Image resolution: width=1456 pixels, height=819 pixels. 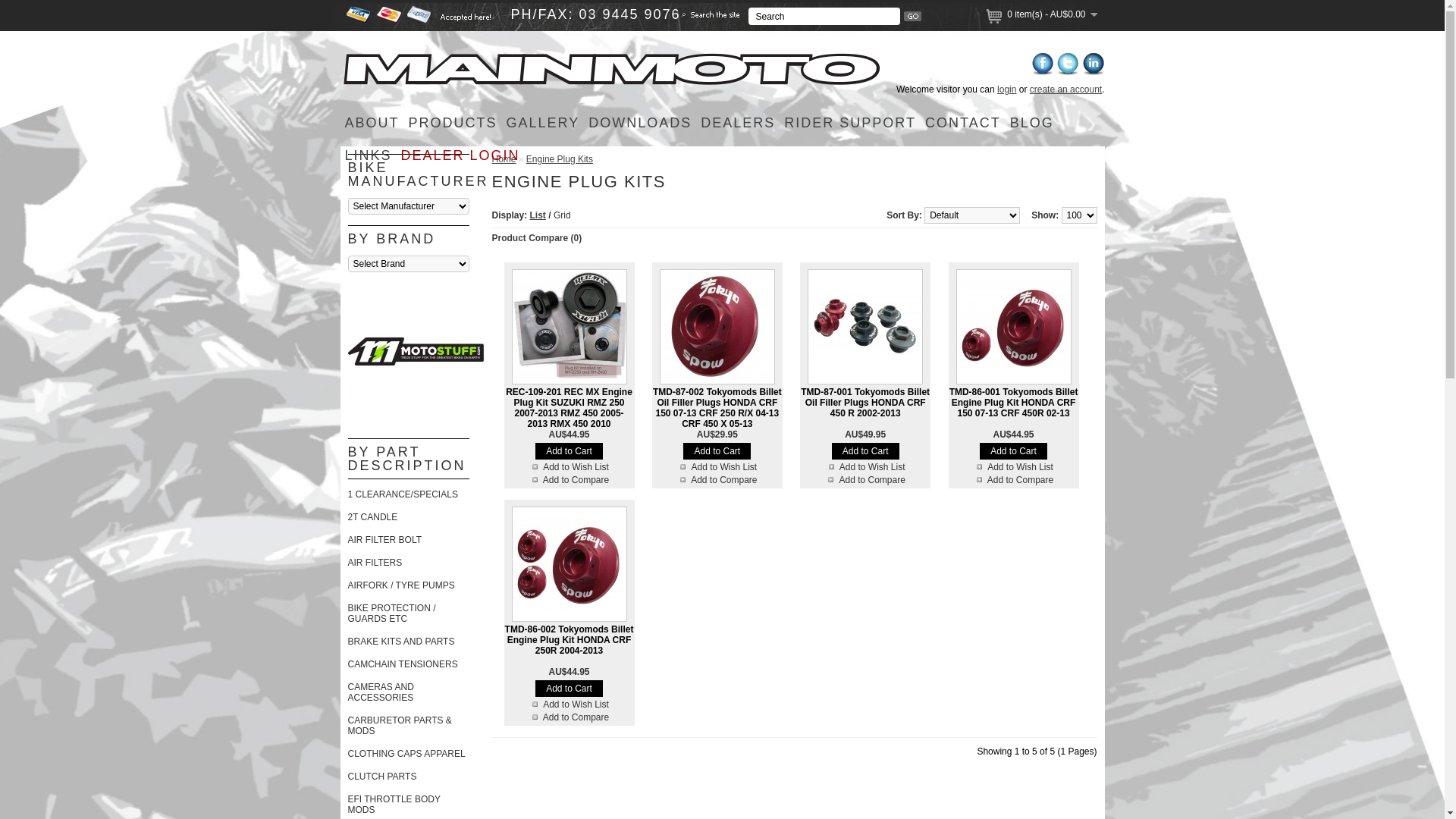 What do you see at coordinates (402, 663) in the screenshot?
I see `'CAMCHAIN TENSIONERS'` at bounding box center [402, 663].